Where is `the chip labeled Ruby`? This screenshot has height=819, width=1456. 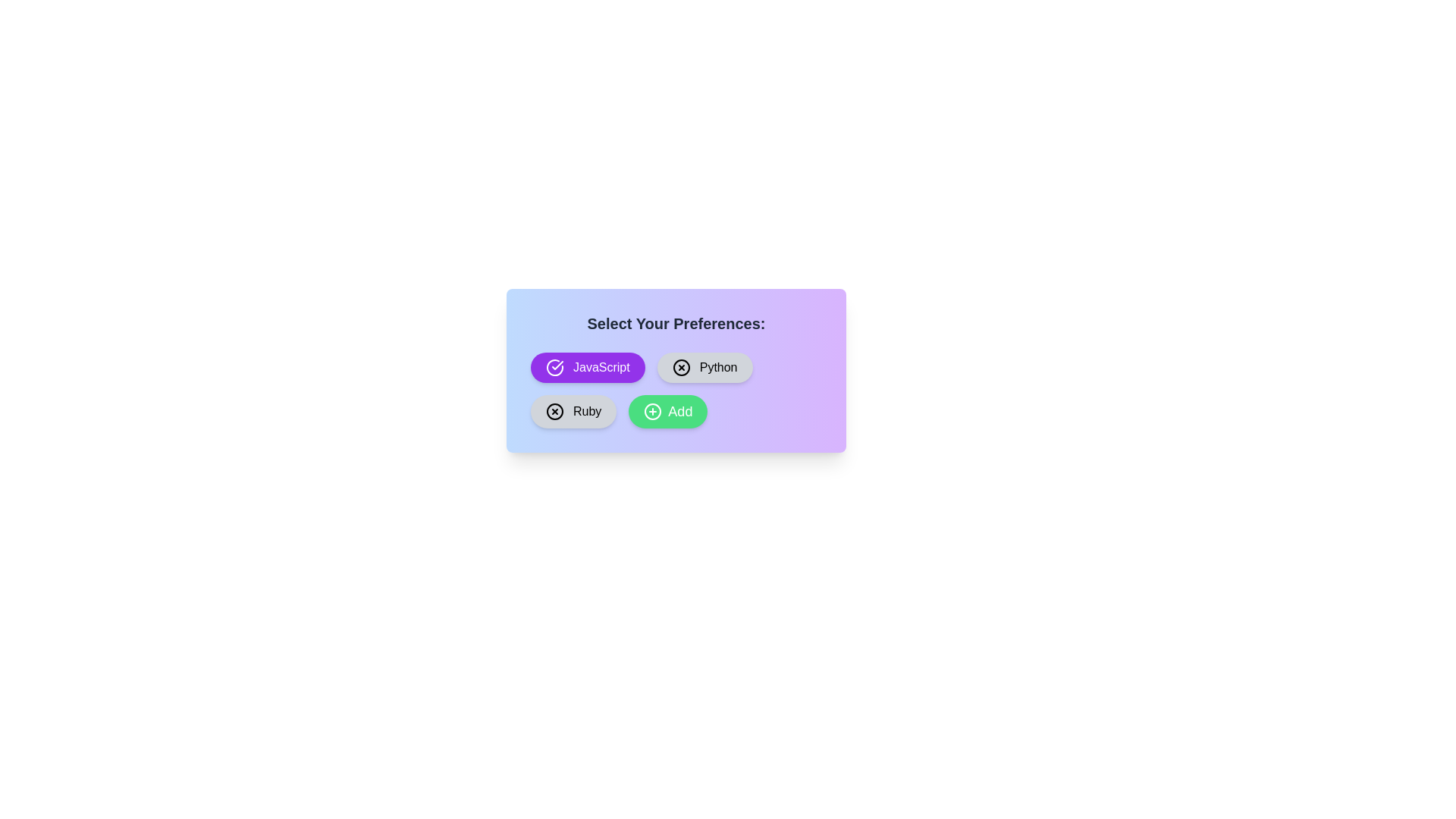
the chip labeled Ruby is located at coordinates (573, 412).